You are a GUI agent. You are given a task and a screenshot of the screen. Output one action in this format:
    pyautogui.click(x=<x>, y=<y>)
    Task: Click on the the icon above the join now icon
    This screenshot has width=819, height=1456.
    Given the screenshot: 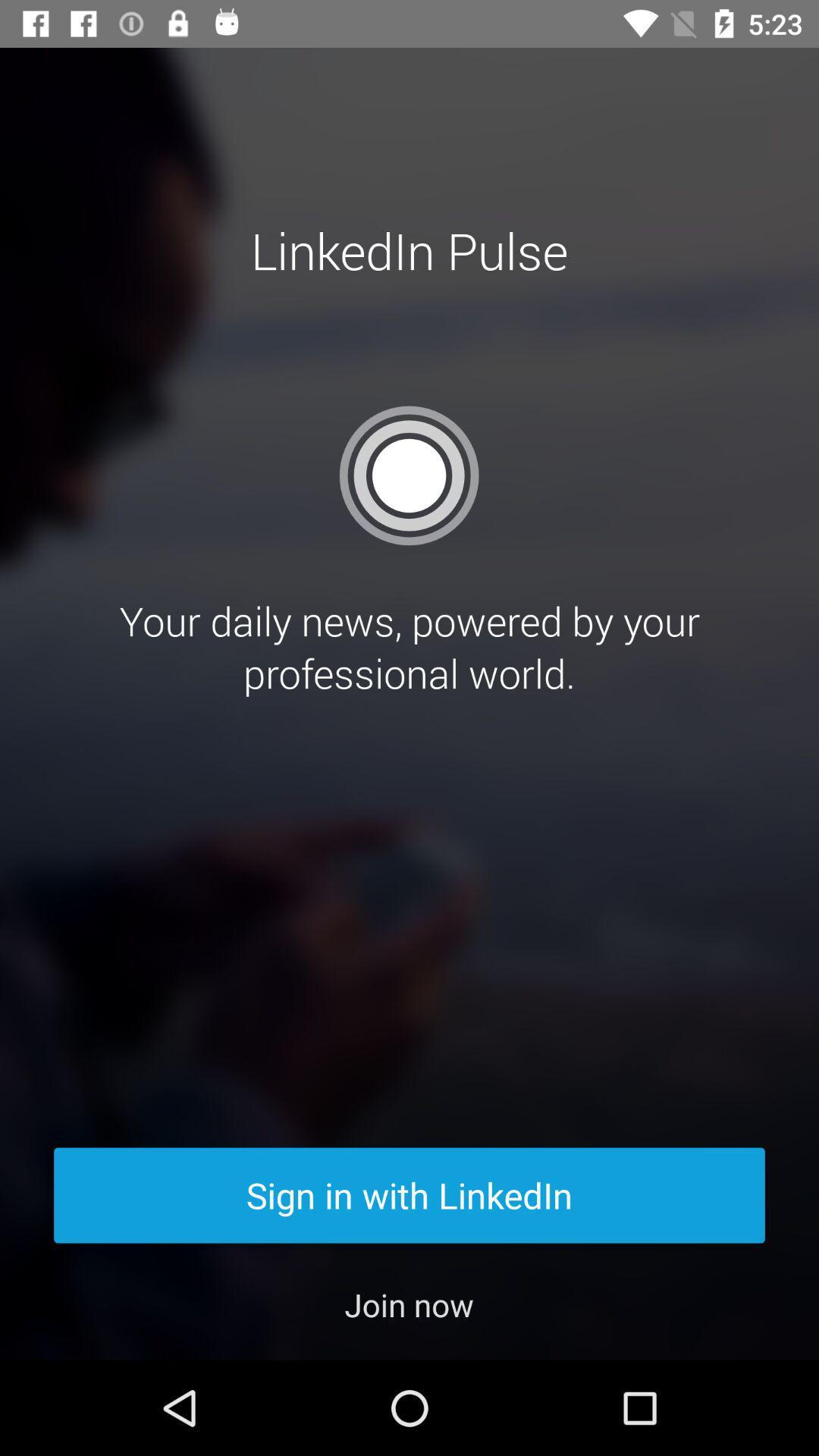 What is the action you would take?
    pyautogui.click(x=409, y=1194)
    